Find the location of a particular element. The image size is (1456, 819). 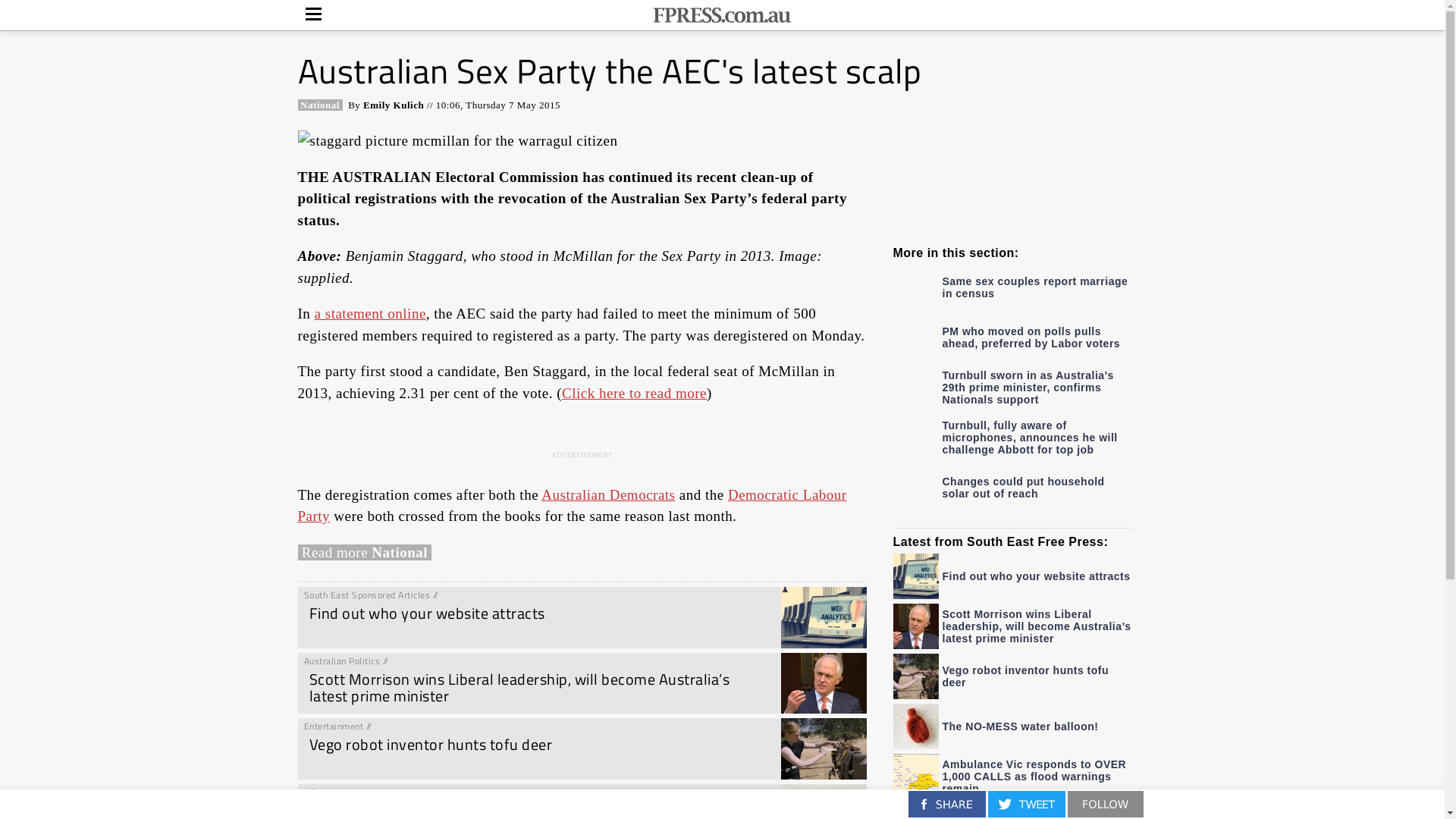

'PM who moved on polls pulls ahead, preferred by Labor voters' is located at coordinates (1012, 335).